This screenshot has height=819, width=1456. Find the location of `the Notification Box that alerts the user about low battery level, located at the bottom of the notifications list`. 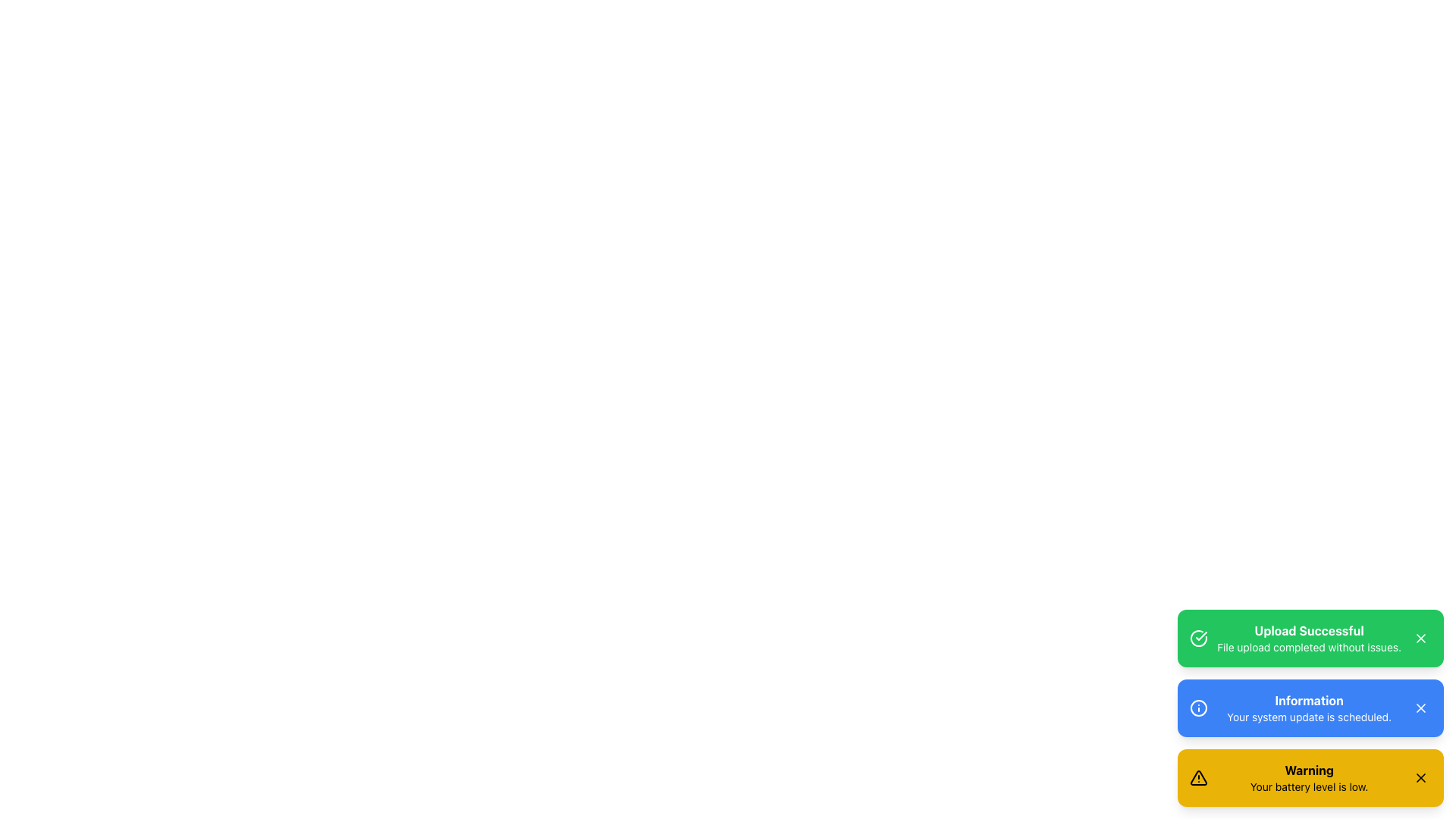

the Notification Box that alerts the user about low battery level, located at the bottom of the notifications list is located at coordinates (1308, 778).